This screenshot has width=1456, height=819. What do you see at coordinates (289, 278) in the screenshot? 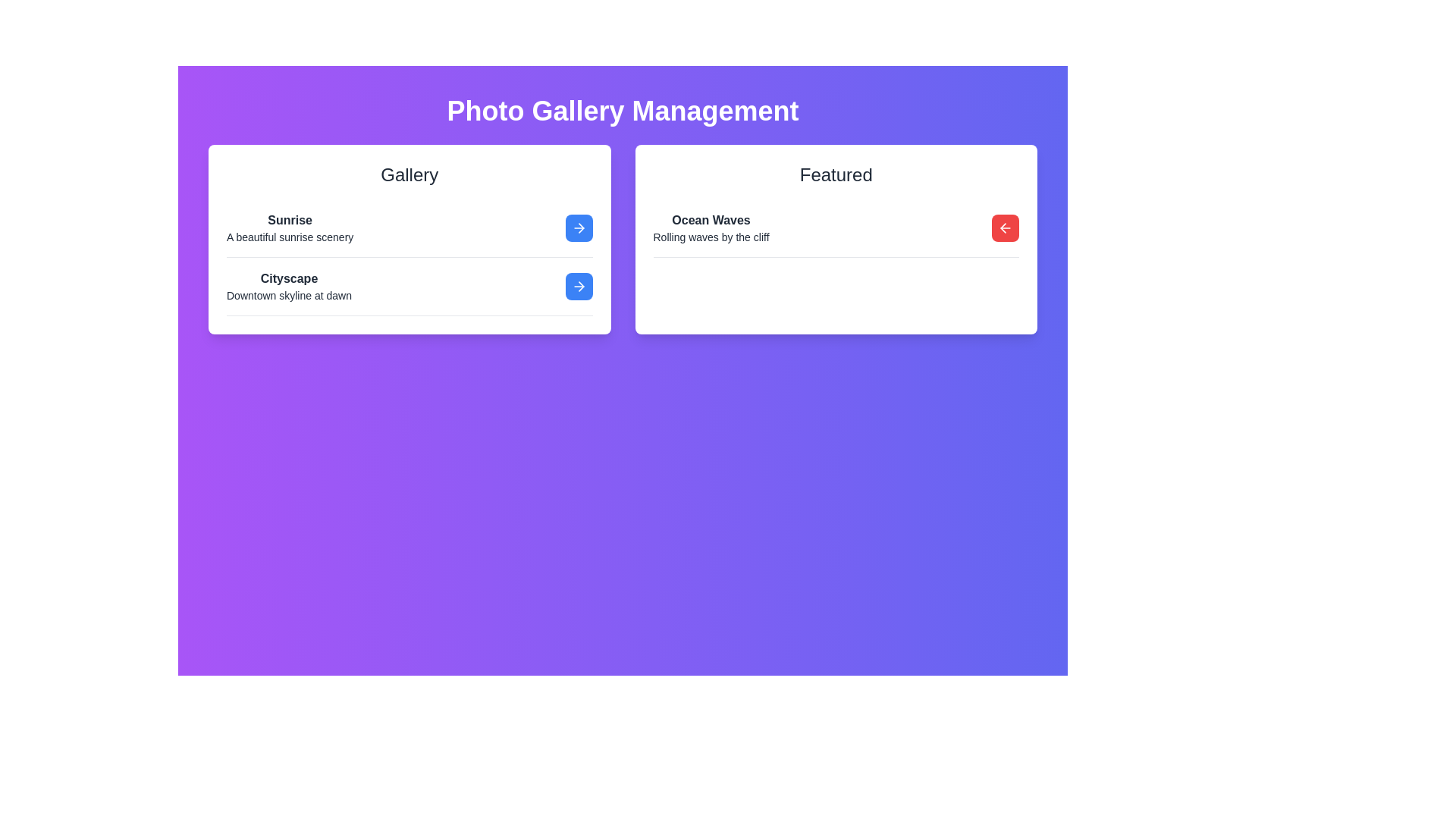
I see `the 'Cityscape' text label in the 'Gallery' section, which is the second item in the list beneath 'Sunrise'` at bounding box center [289, 278].